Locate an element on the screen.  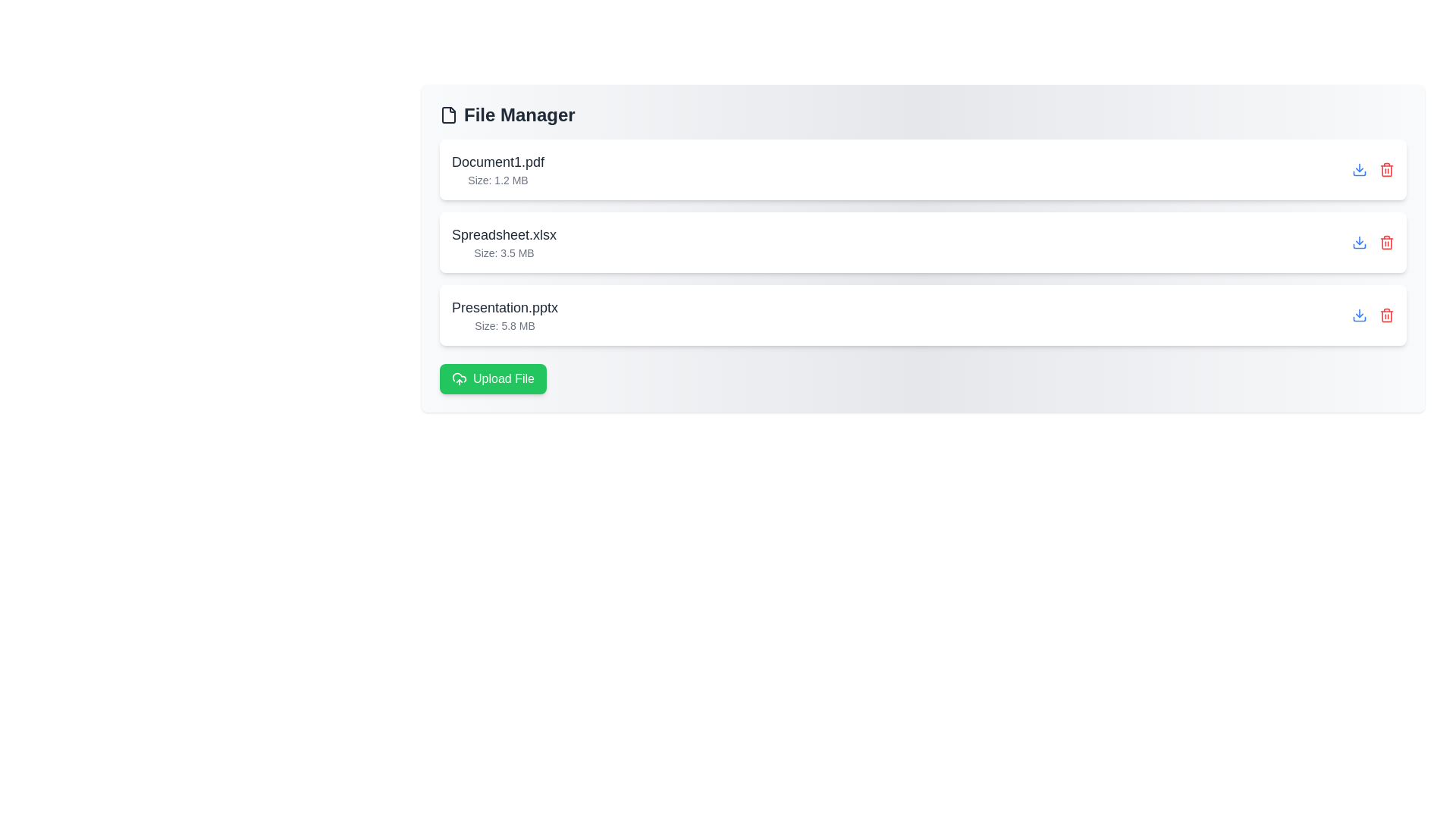
the file icon in the header is located at coordinates (447, 114).